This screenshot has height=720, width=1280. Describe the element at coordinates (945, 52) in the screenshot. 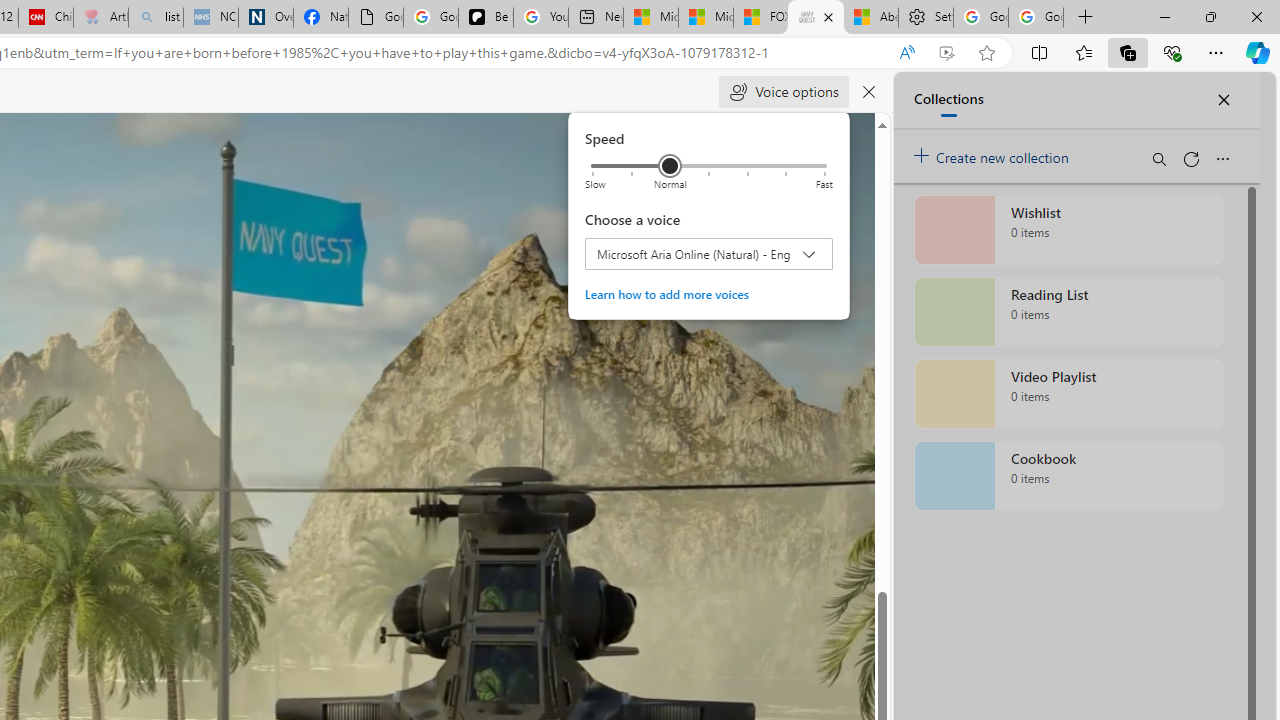

I see `'Enhance video'` at that location.